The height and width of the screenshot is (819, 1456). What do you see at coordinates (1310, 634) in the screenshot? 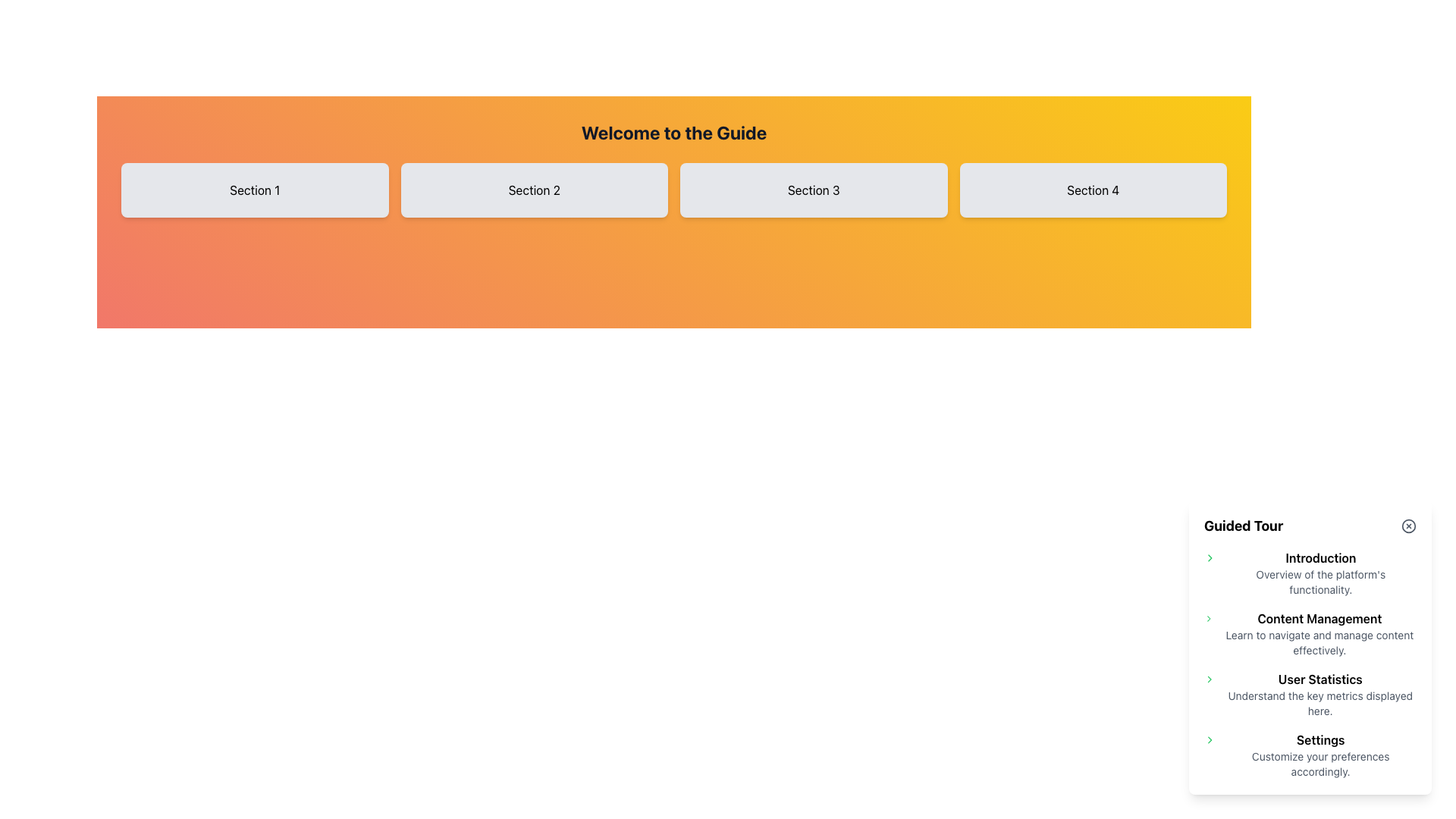
I see `the second list item titled 'Content Management' with a description about navigating and managing content, which is part of the 'Guided Tour' panel` at bounding box center [1310, 634].